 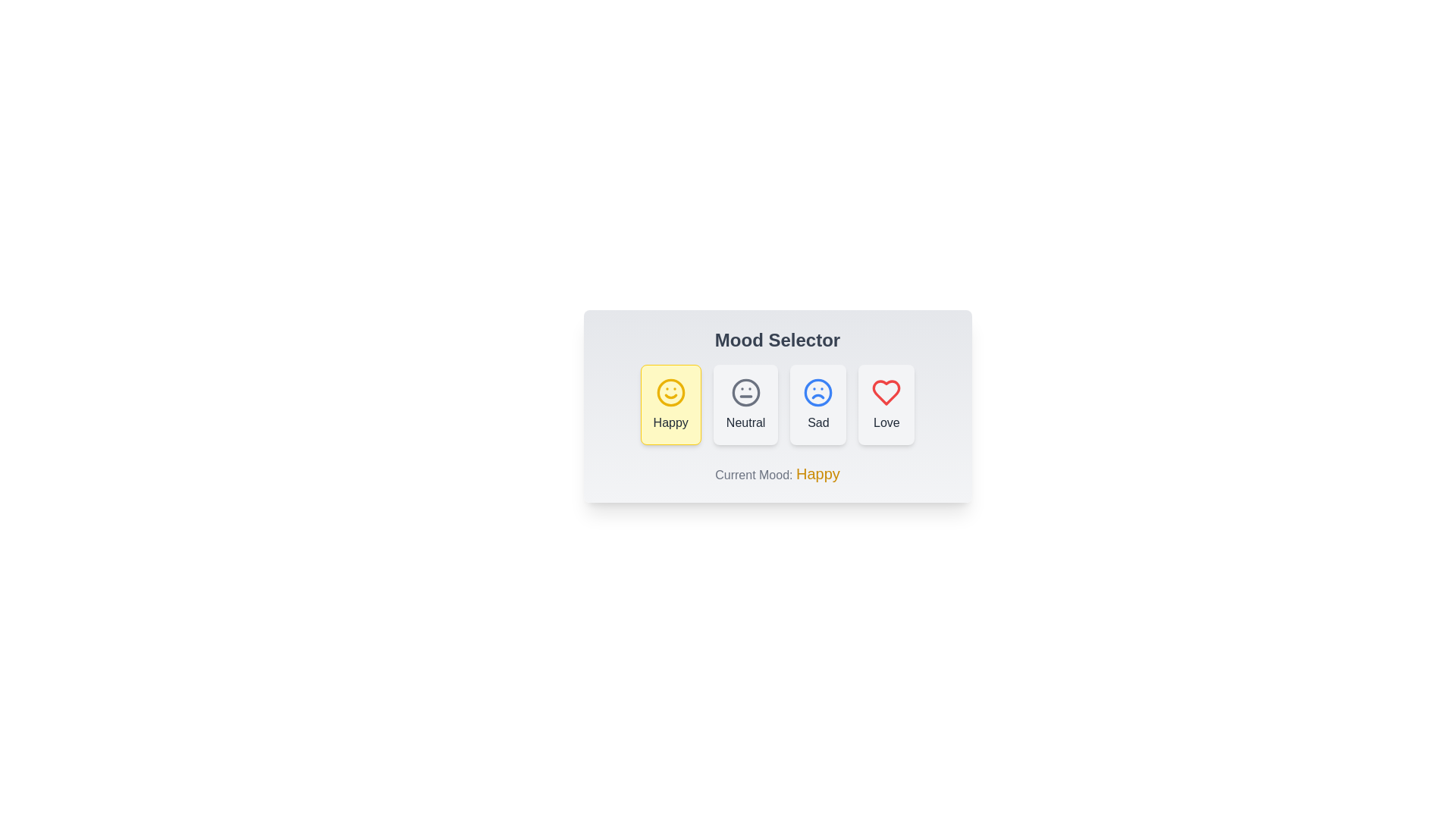 What do you see at coordinates (817, 403) in the screenshot?
I see `the button corresponding to the mood Sad` at bounding box center [817, 403].